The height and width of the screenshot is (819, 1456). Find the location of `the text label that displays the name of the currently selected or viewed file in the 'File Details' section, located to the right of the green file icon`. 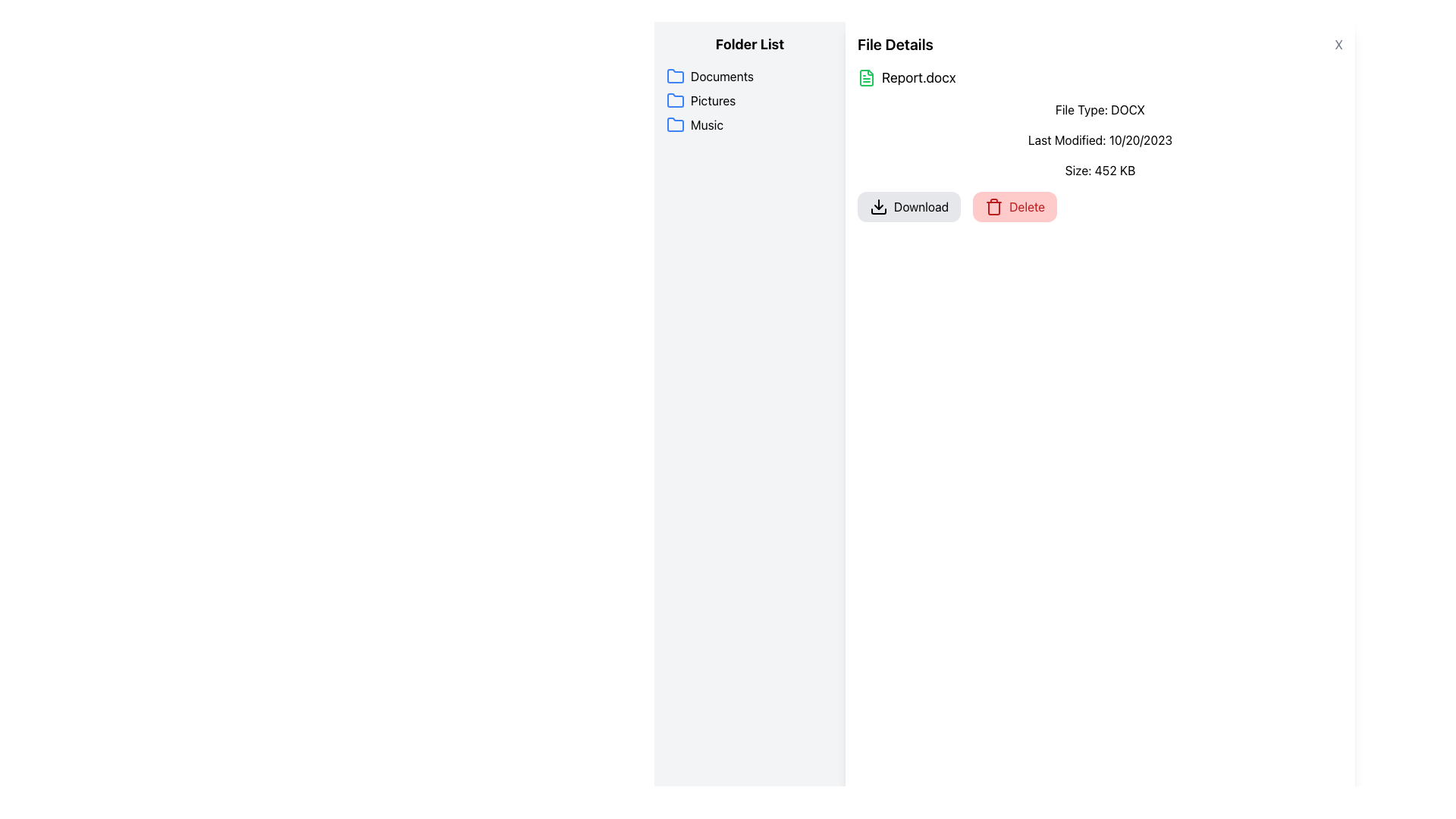

the text label that displays the name of the currently selected or viewed file in the 'File Details' section, located to the right of the green file icon is located at coordinates (918, 78).